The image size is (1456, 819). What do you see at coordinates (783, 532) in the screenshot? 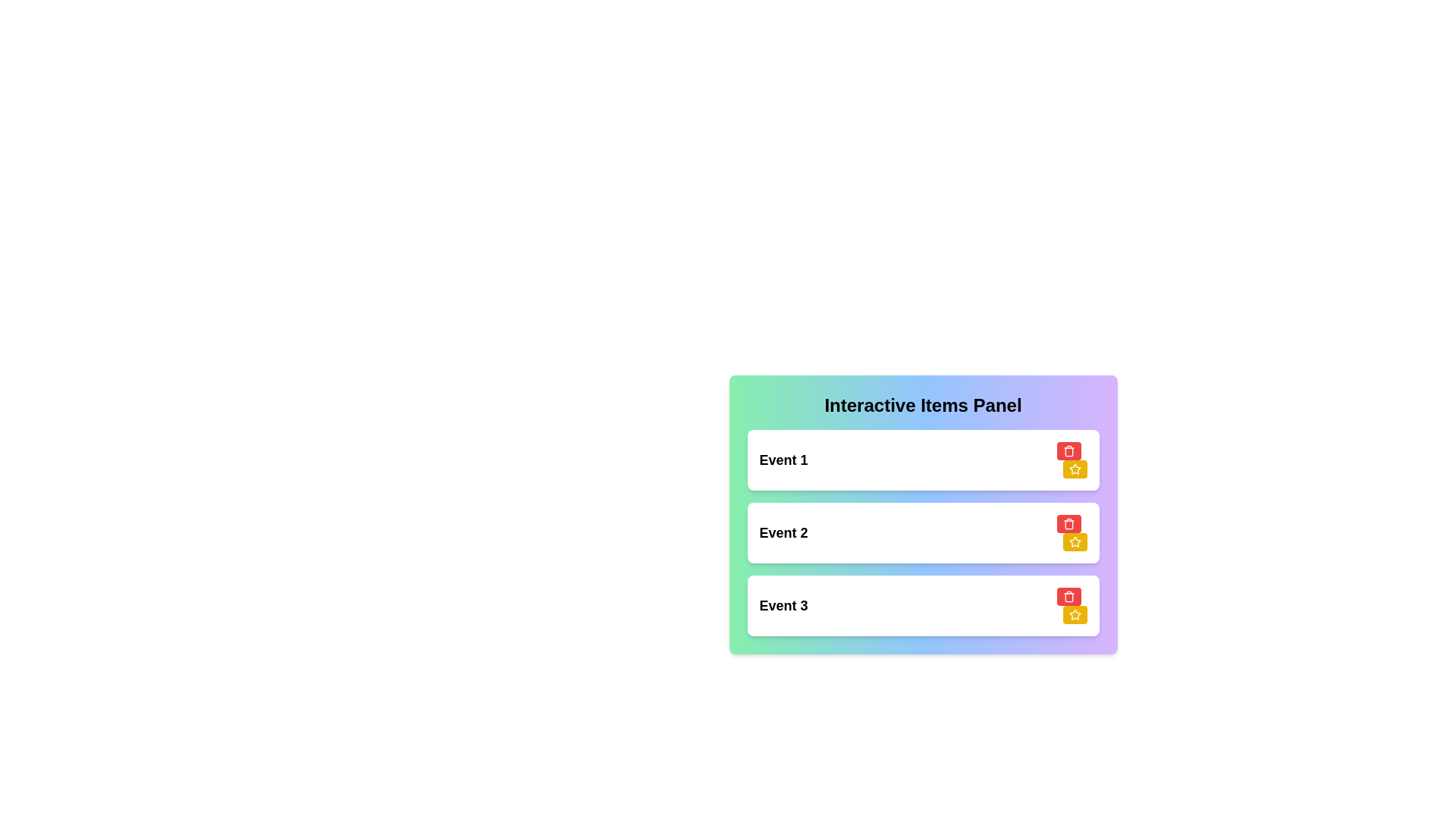
I see `the text label identifying the second event in a vertical list, positioned between 'Event 1' and 'Event 3'` at bounding box center [783, 532].